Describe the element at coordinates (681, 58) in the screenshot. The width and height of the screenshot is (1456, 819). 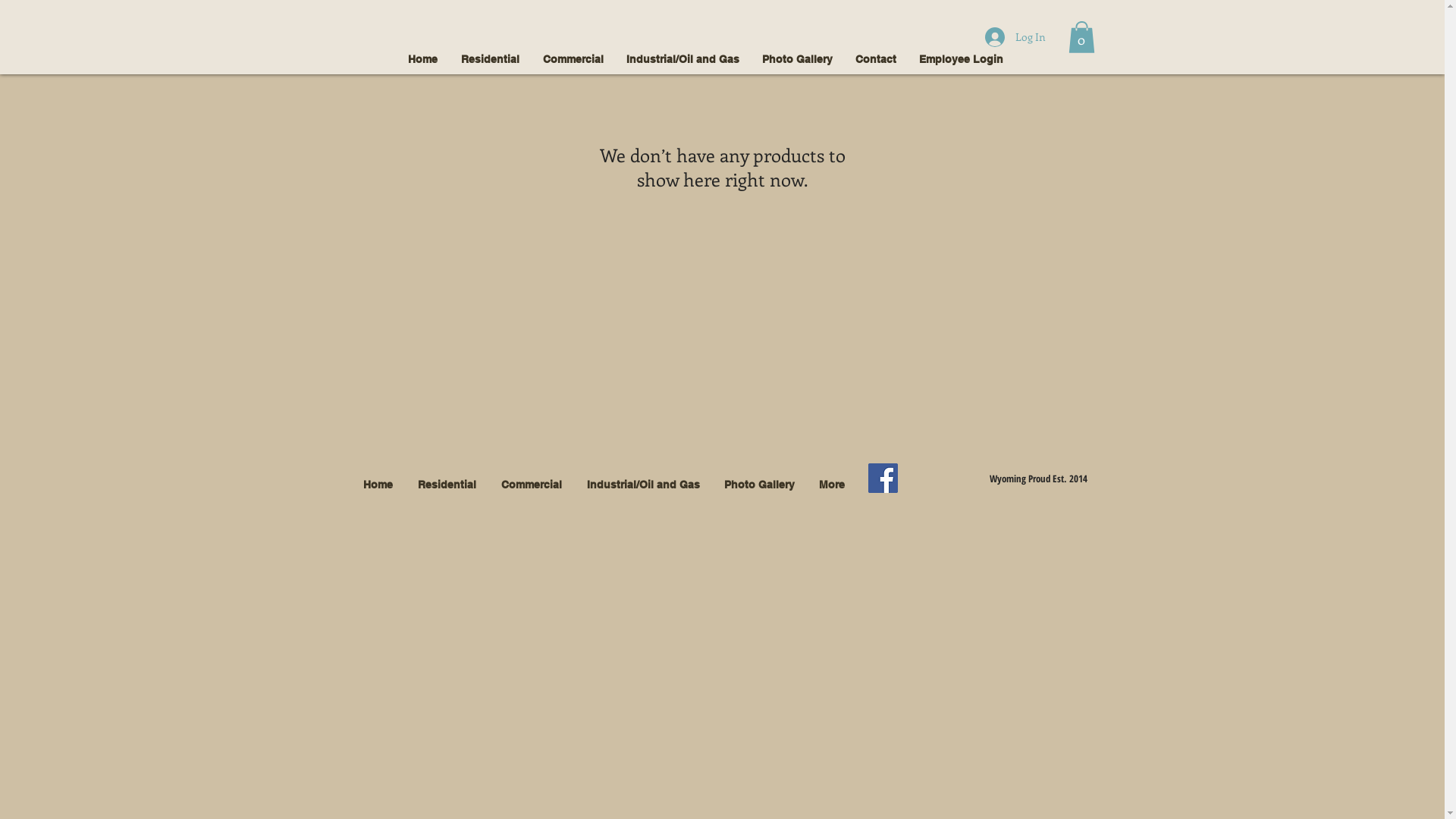
I see `'Industrial/Oil and Gas'` at that location.